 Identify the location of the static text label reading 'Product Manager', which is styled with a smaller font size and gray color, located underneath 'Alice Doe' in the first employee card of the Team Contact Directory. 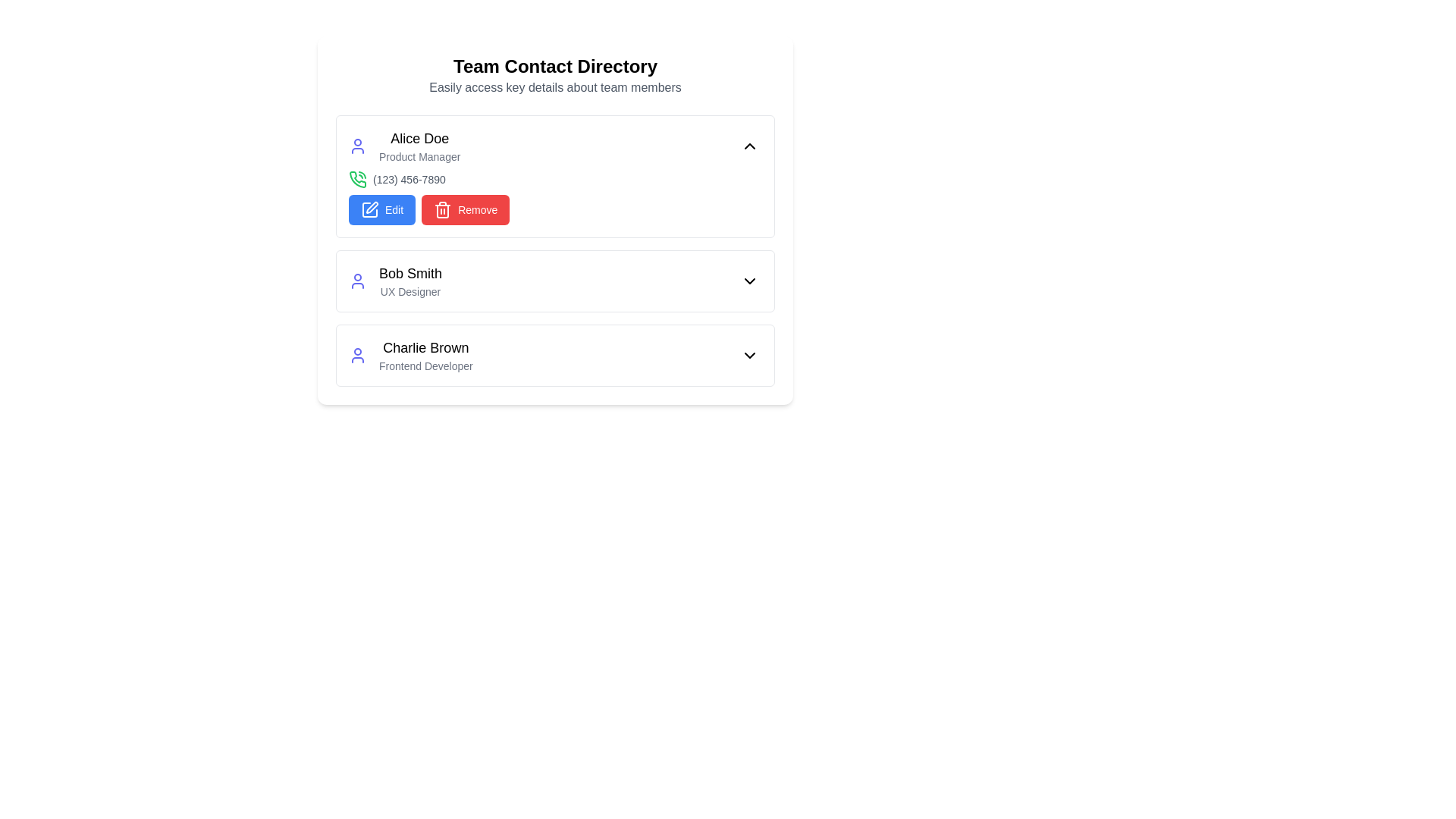
(419, 157).